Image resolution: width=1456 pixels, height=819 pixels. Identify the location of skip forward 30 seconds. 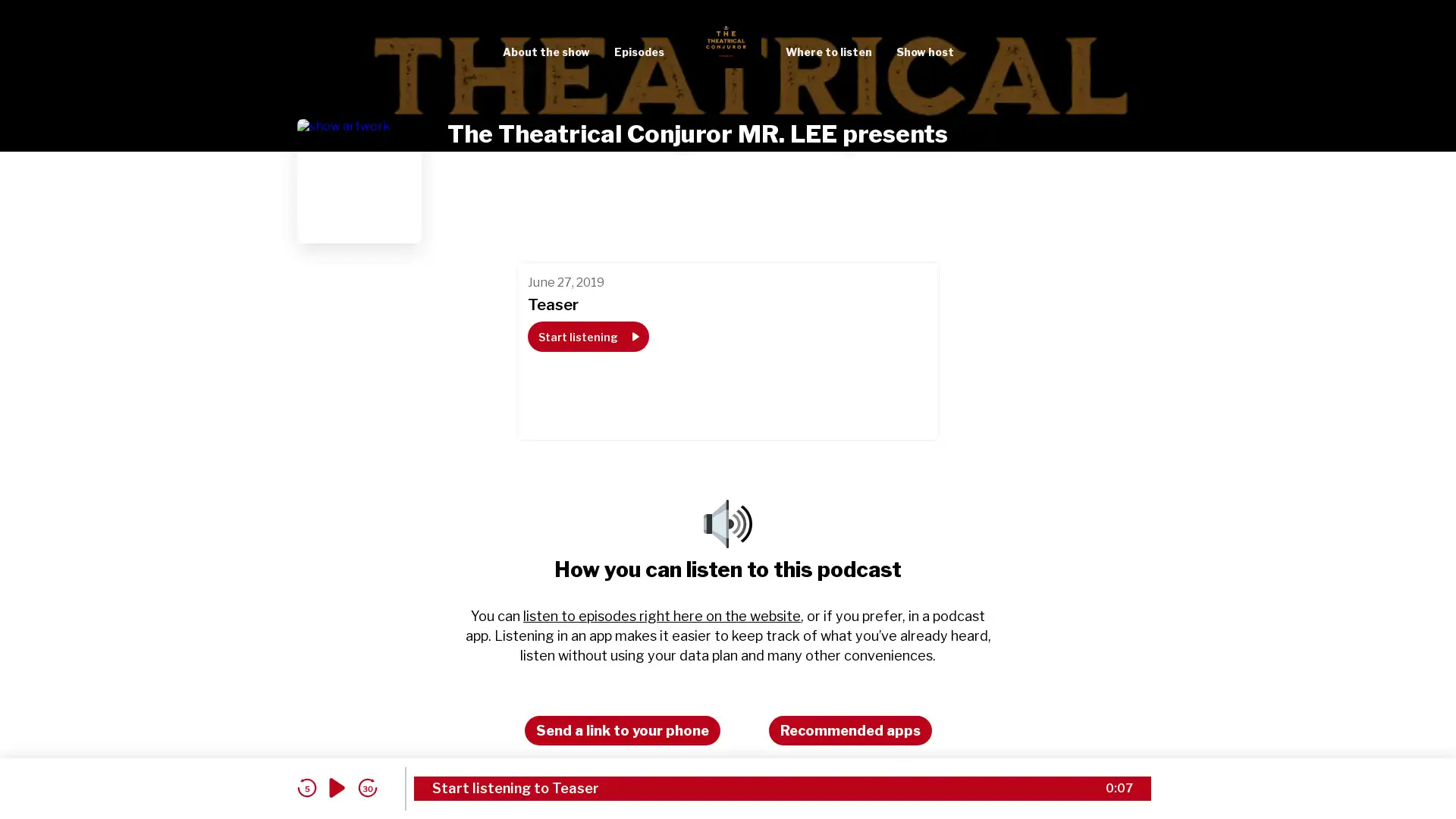
(367, 787).